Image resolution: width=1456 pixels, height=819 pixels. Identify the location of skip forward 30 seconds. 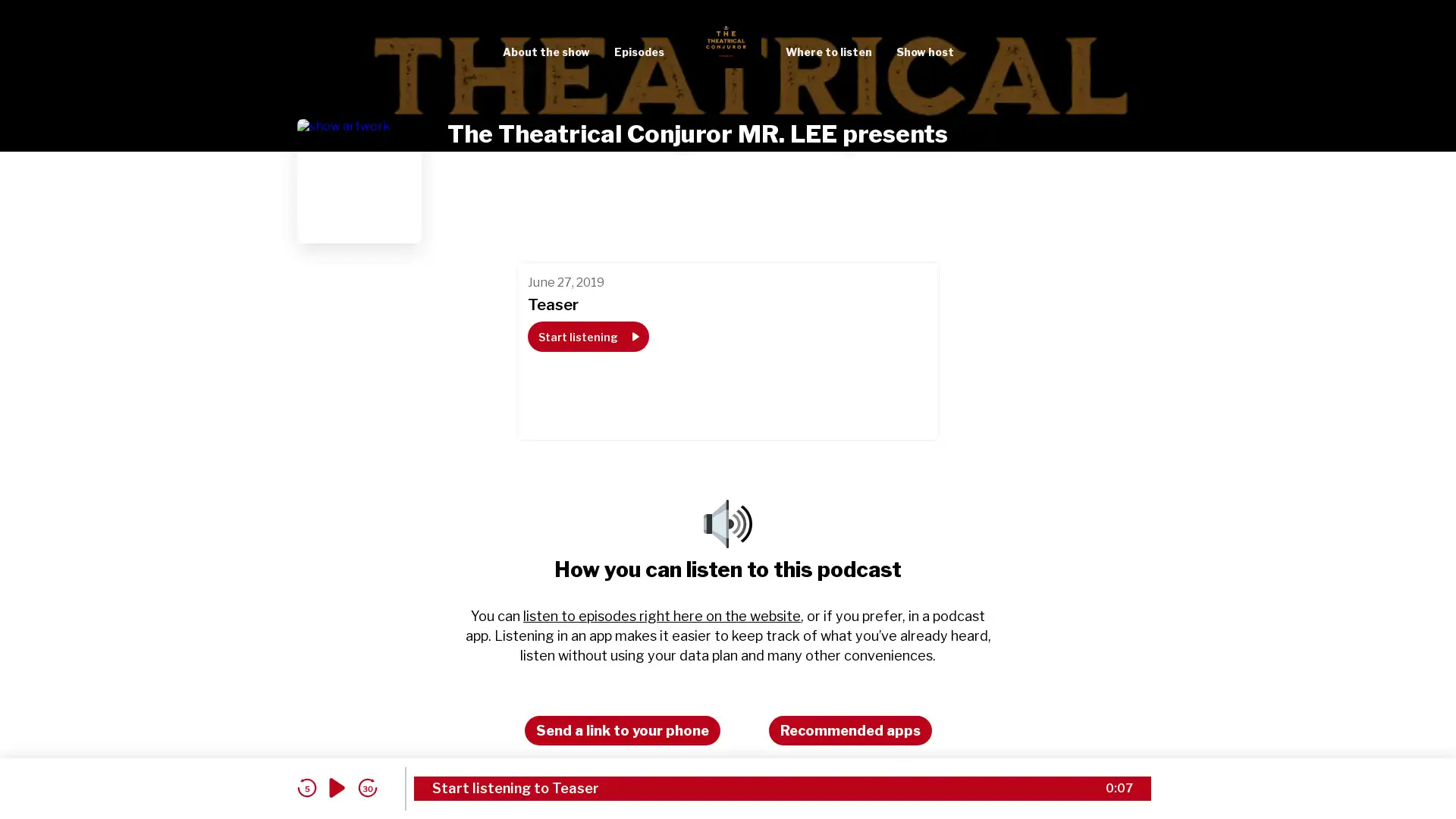
(367, 787).